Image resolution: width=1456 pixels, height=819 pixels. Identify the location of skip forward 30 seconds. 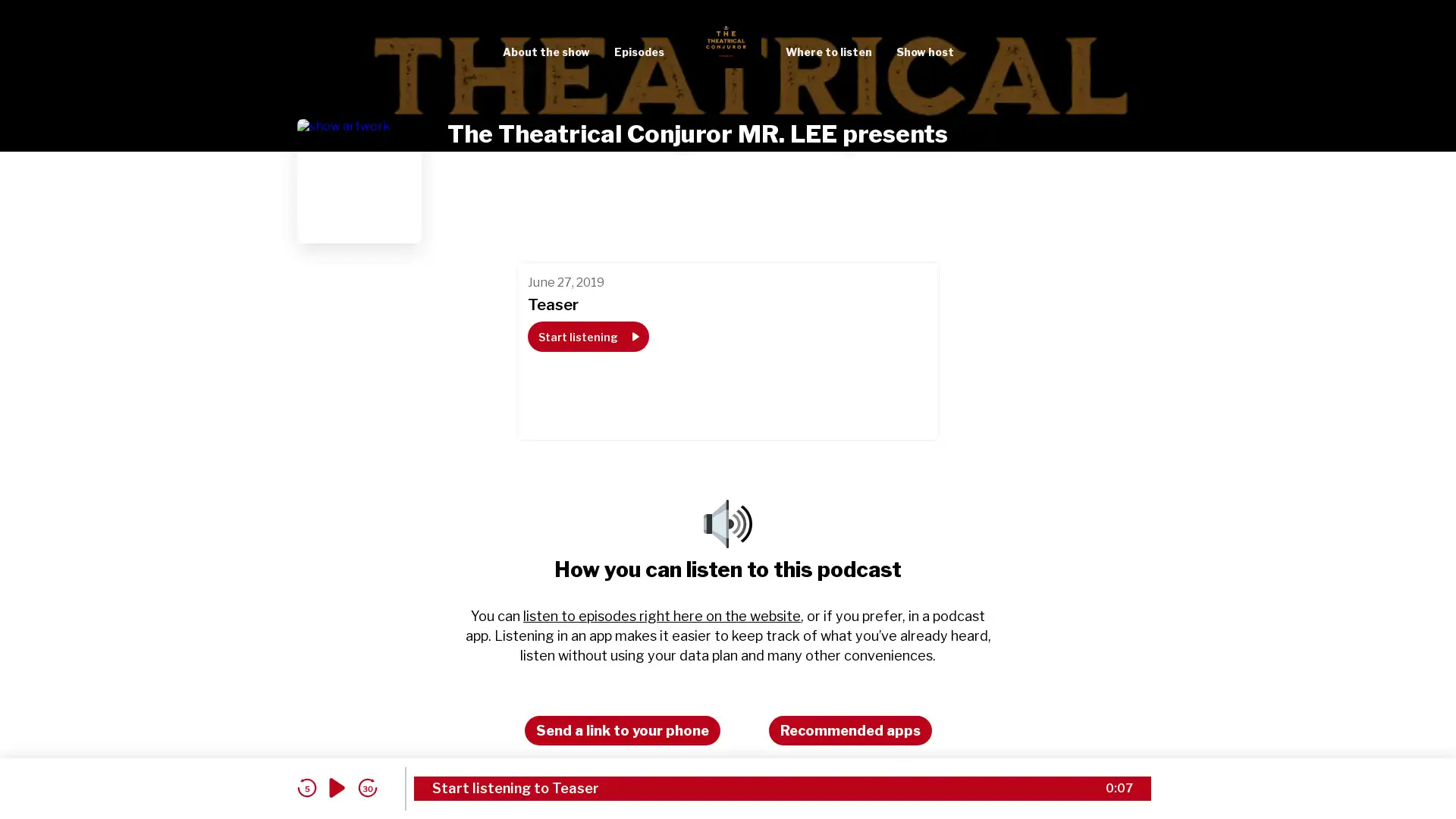
(367, 787).